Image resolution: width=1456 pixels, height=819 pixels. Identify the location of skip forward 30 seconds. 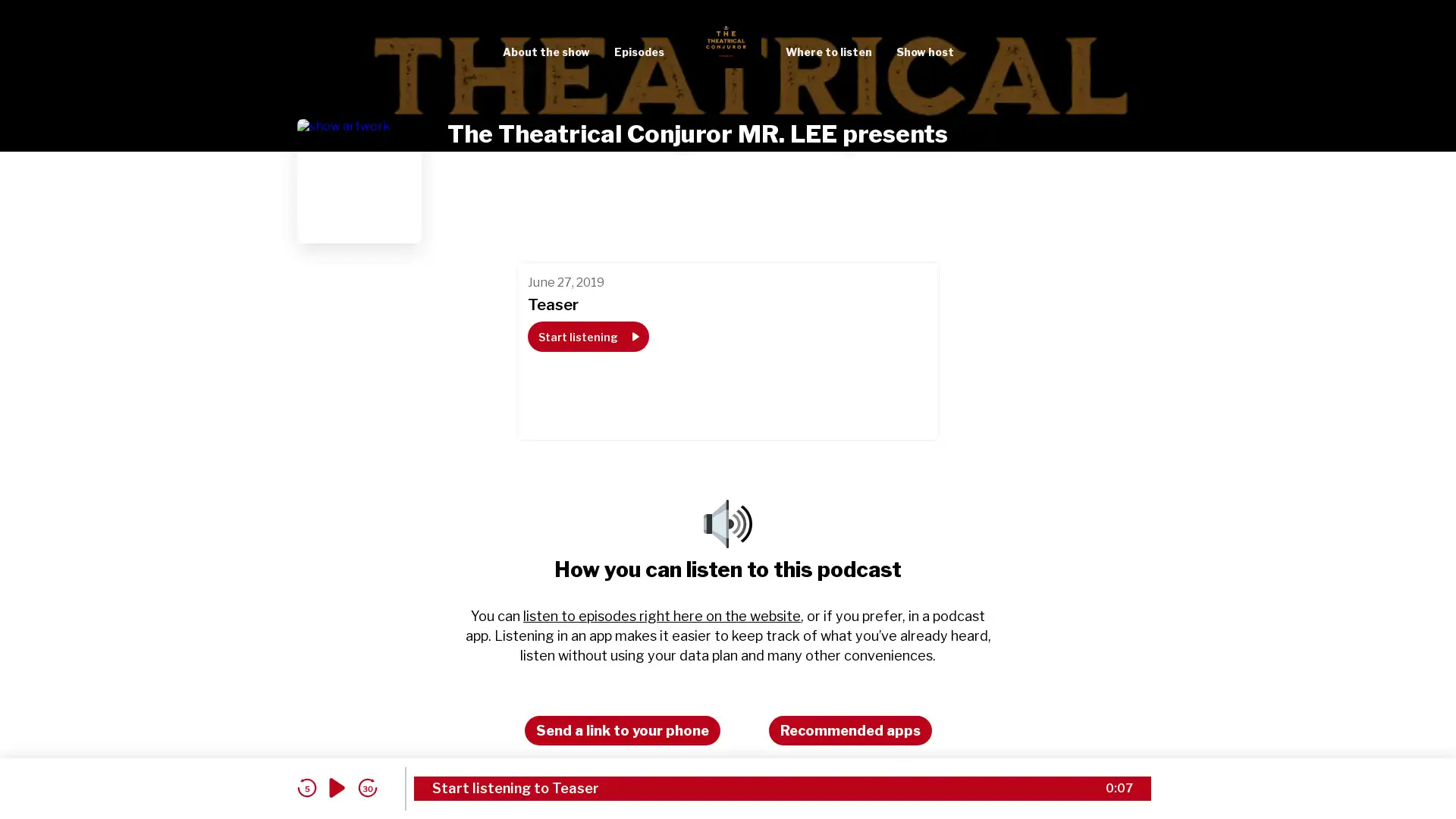
(367, 787).